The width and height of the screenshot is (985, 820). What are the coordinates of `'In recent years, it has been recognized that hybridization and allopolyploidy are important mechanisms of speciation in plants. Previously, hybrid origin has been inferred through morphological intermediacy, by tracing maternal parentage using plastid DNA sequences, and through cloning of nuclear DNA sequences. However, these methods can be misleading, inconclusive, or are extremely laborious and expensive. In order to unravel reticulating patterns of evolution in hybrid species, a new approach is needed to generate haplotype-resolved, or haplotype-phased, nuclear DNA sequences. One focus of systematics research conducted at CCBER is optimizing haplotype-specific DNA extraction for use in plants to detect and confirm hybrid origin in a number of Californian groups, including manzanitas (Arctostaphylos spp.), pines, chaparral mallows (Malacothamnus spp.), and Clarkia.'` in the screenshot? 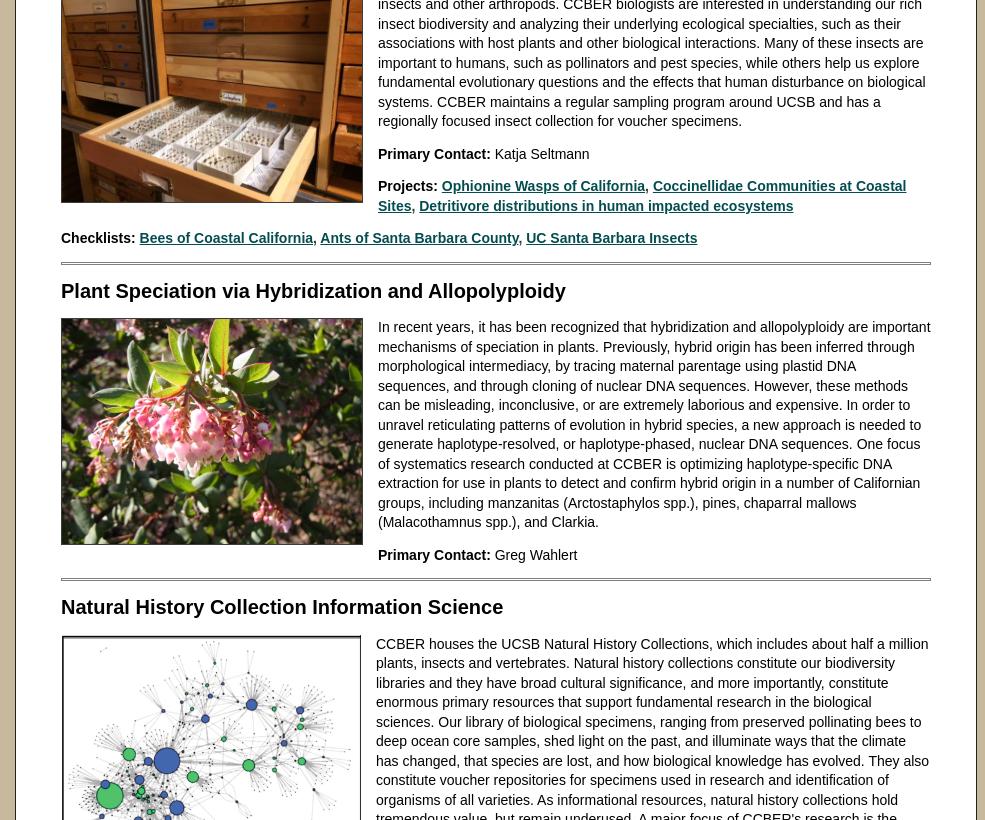 It's located at (378, 423).